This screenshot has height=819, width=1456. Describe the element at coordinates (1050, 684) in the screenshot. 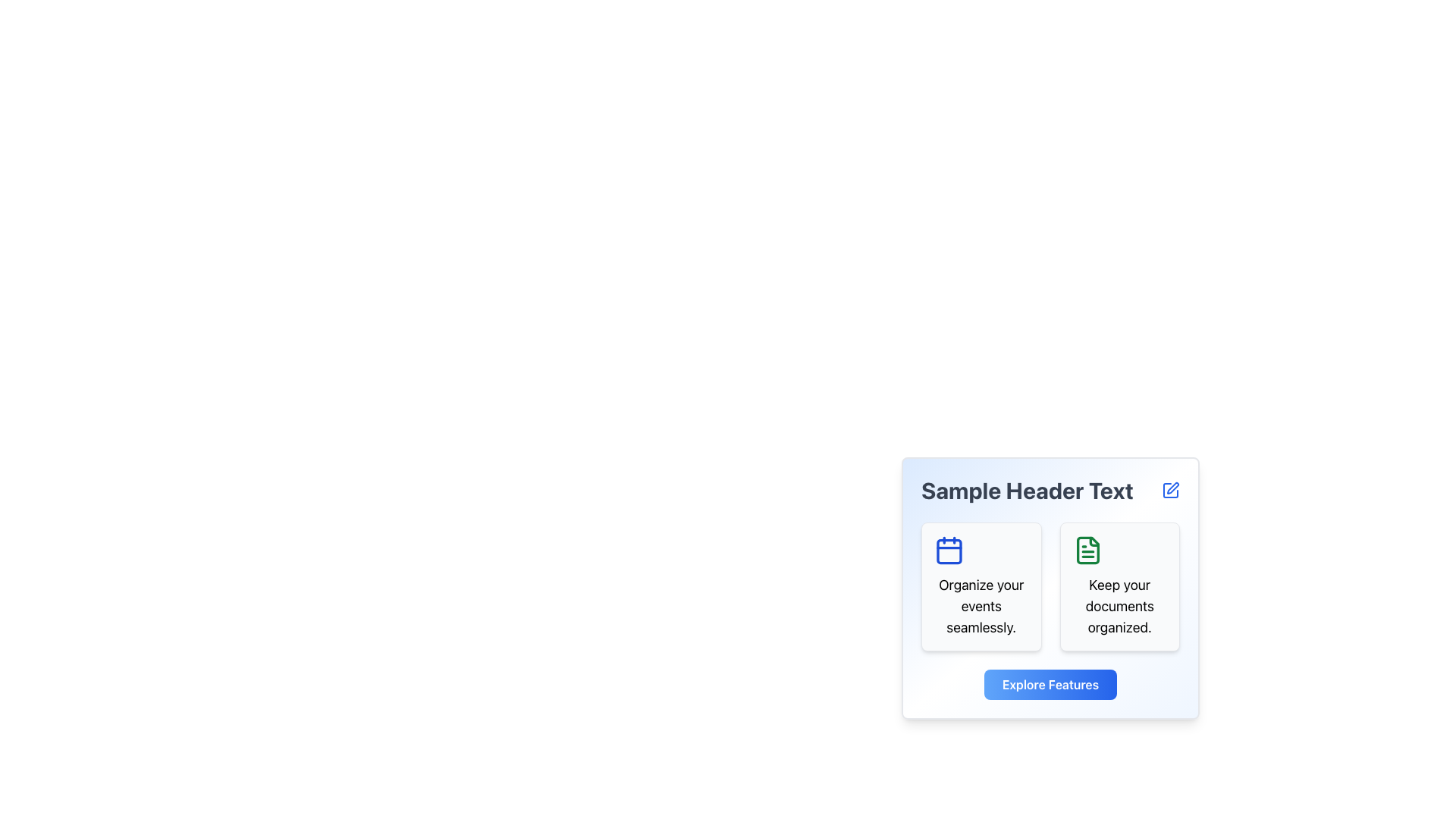

I see `the button located at the bottom-center of the light blue card to enable keyboard interaction for navigating to the features section` at that location.